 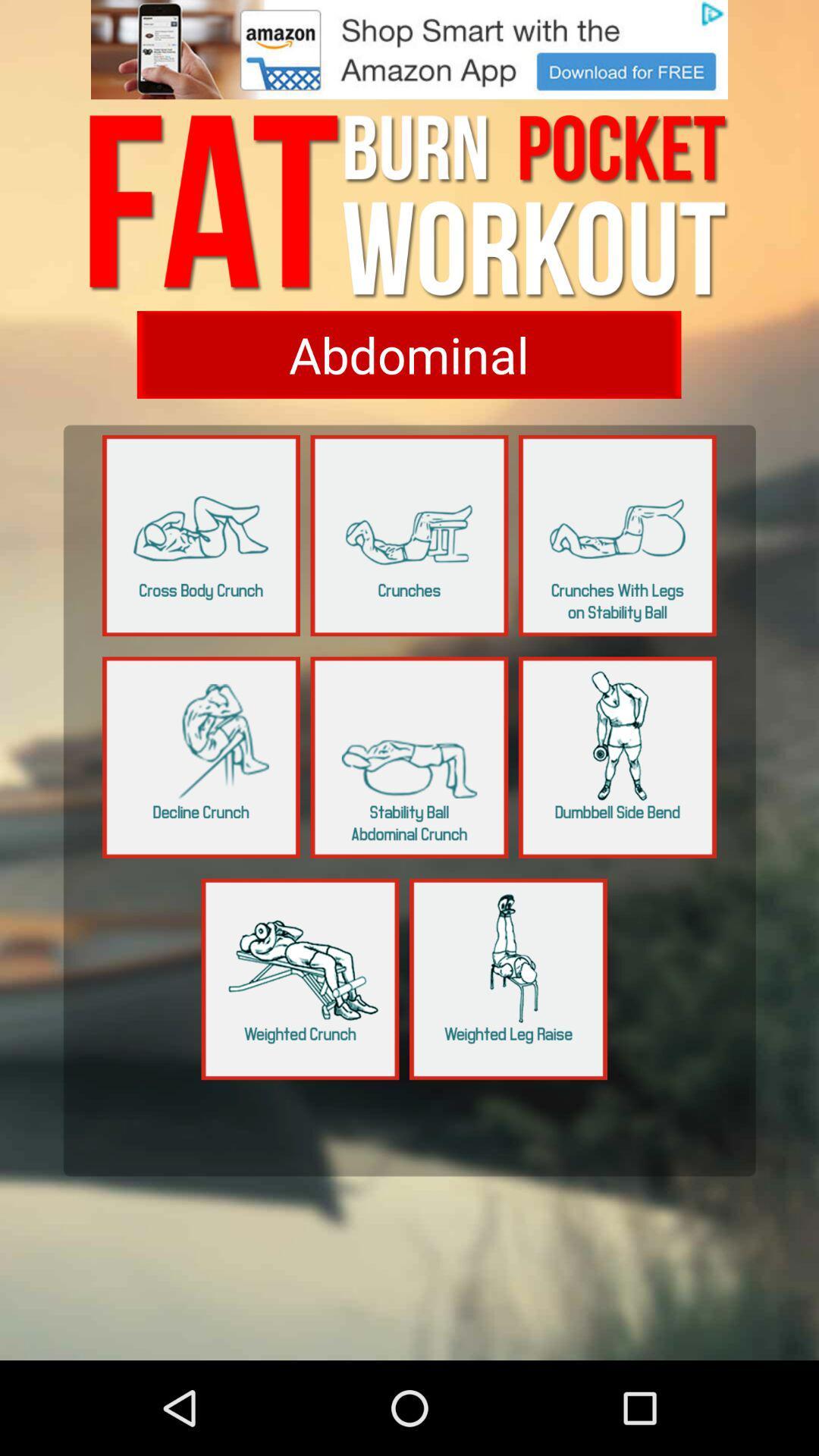 I want to click on show abdominal exercise, so click(x=408, y=353).